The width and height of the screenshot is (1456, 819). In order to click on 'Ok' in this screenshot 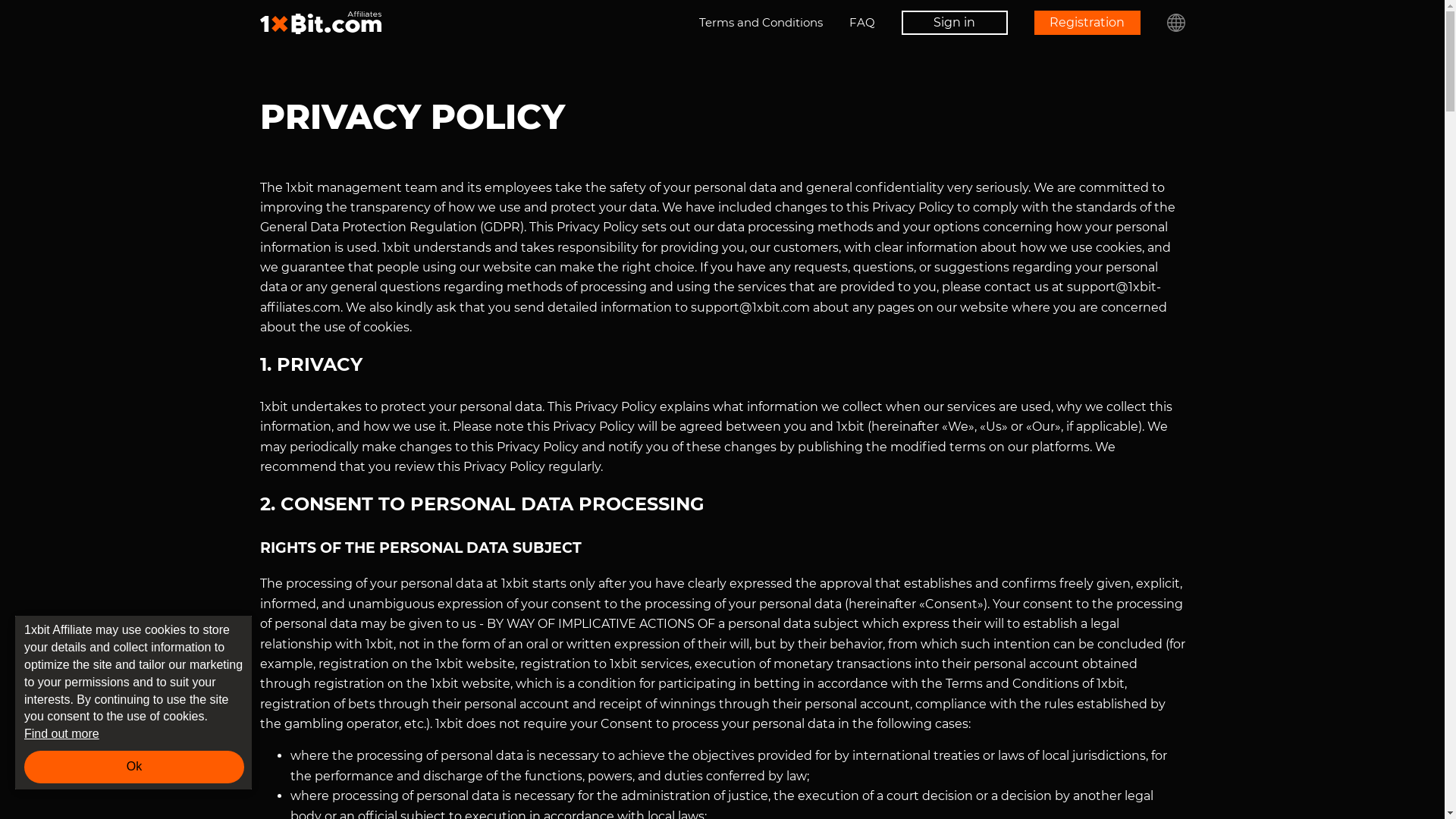, I will do `click(24, 766)`.